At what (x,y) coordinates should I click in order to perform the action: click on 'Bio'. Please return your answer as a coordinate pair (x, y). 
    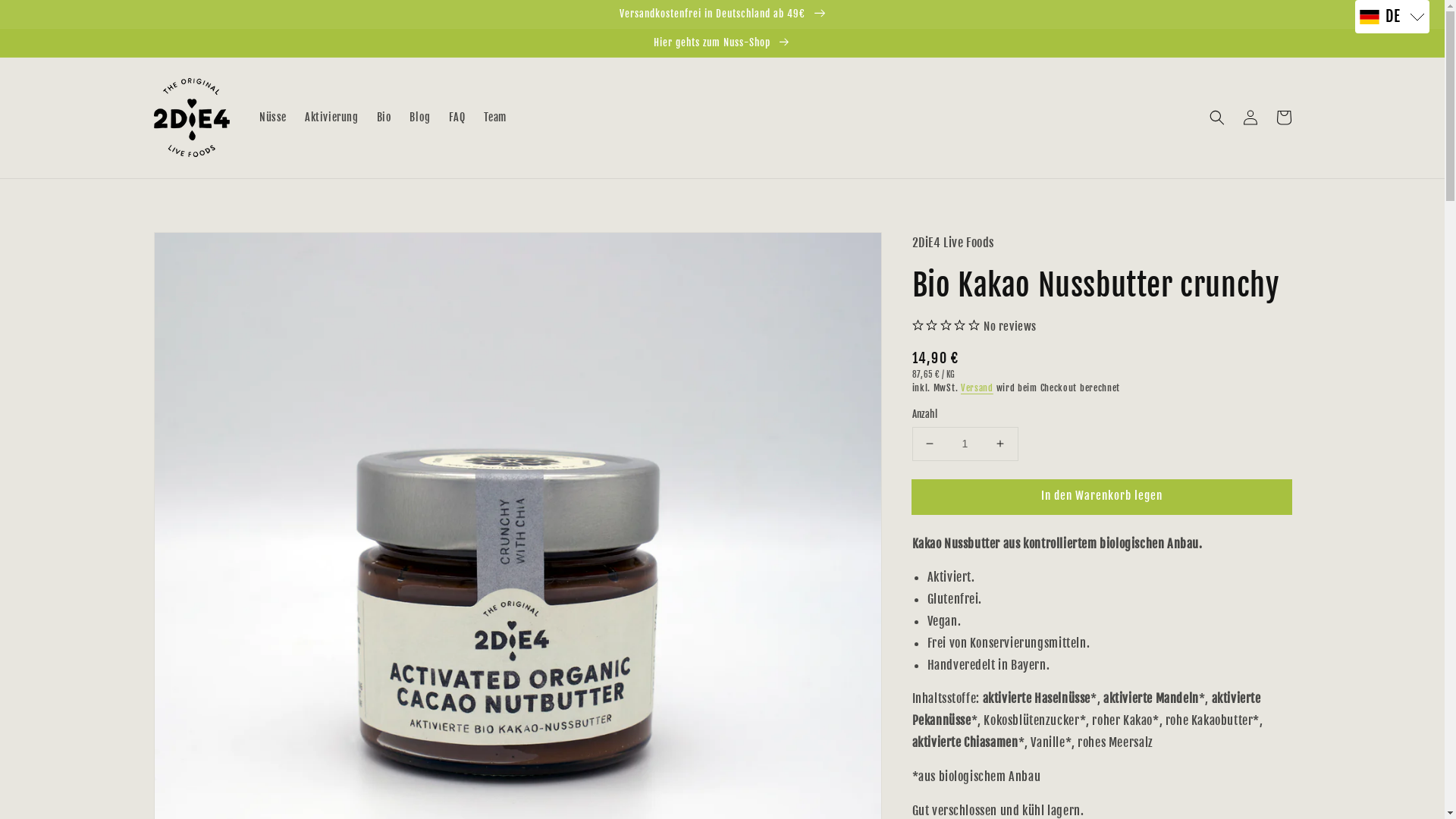
    Looking at the image, I should click on (384, 116).